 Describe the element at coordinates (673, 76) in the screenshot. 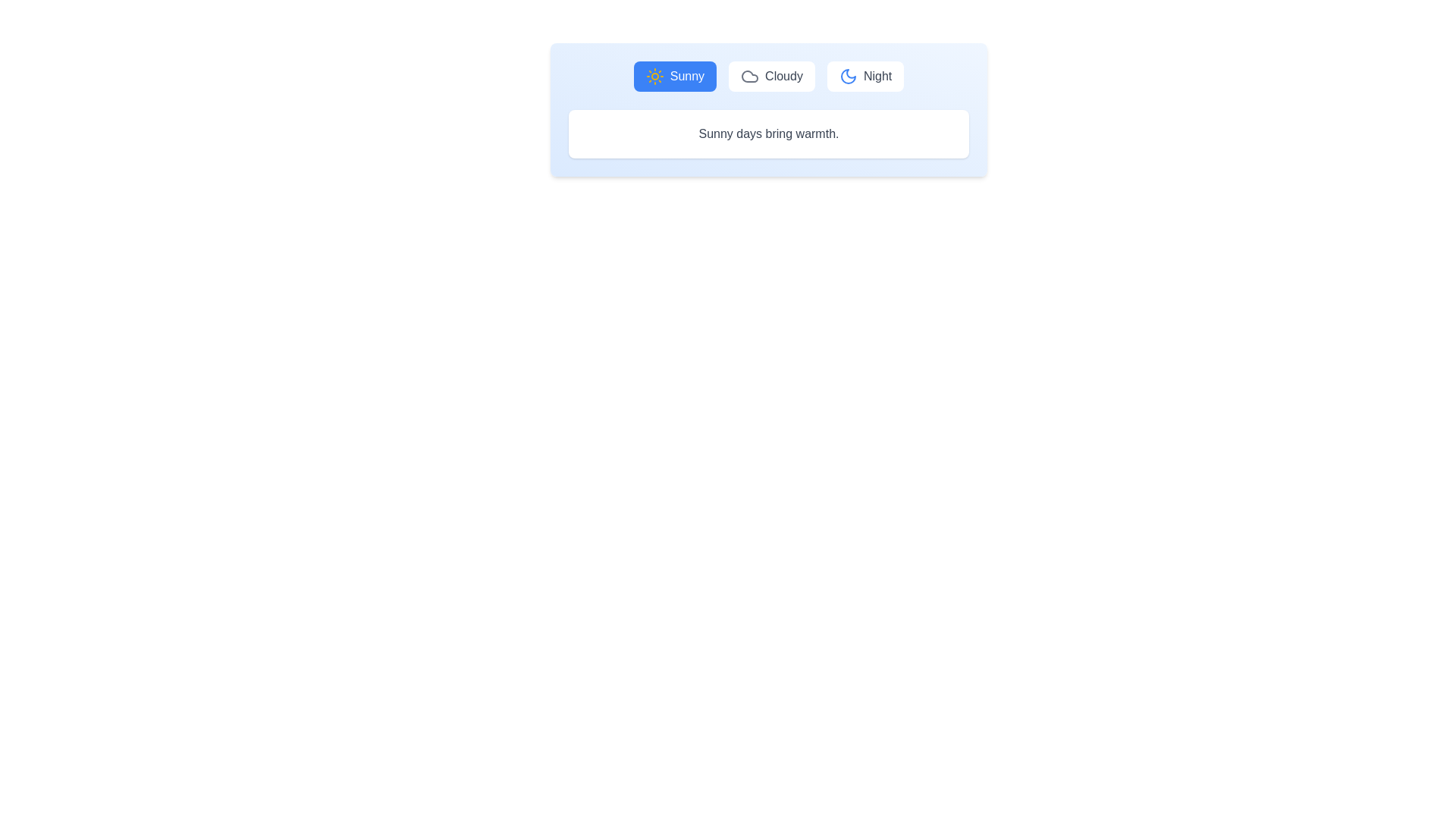

I see `the Sunny tab by clicking on it` at that location.